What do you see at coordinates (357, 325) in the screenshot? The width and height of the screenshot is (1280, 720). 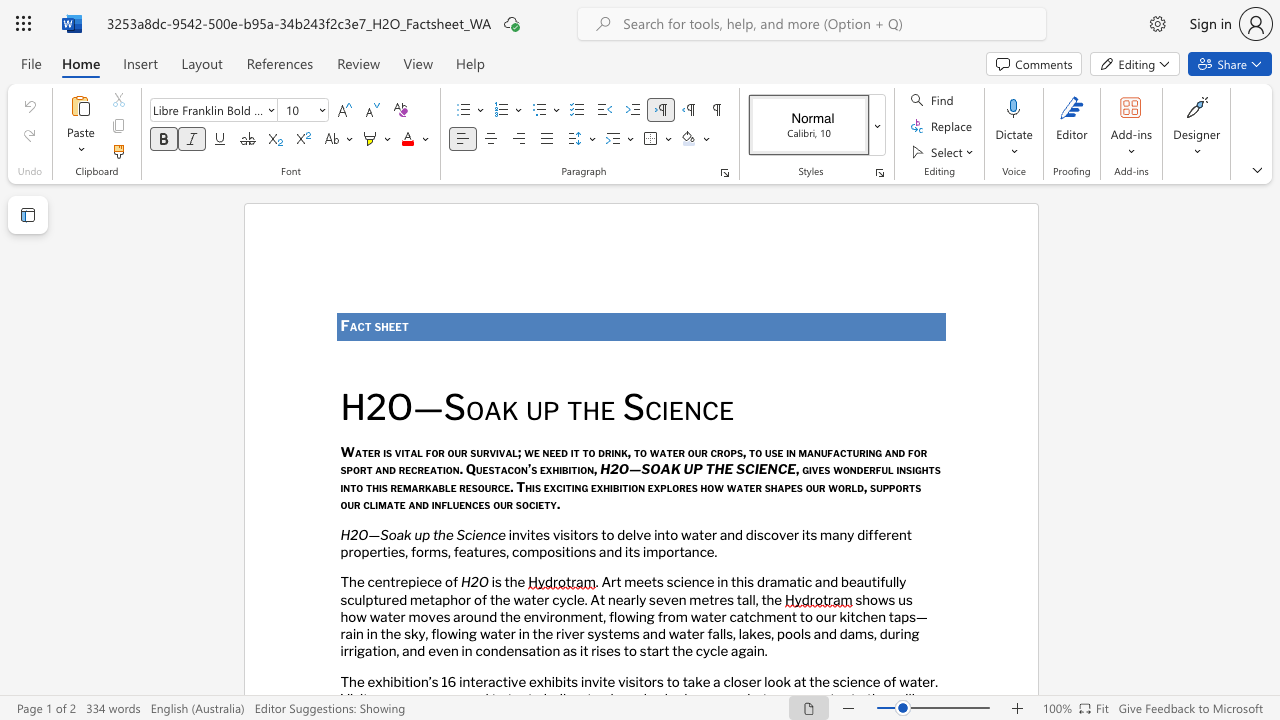 I see `the space between the continuous character "a" and "c" in the text` at bounding box center [357, 325].